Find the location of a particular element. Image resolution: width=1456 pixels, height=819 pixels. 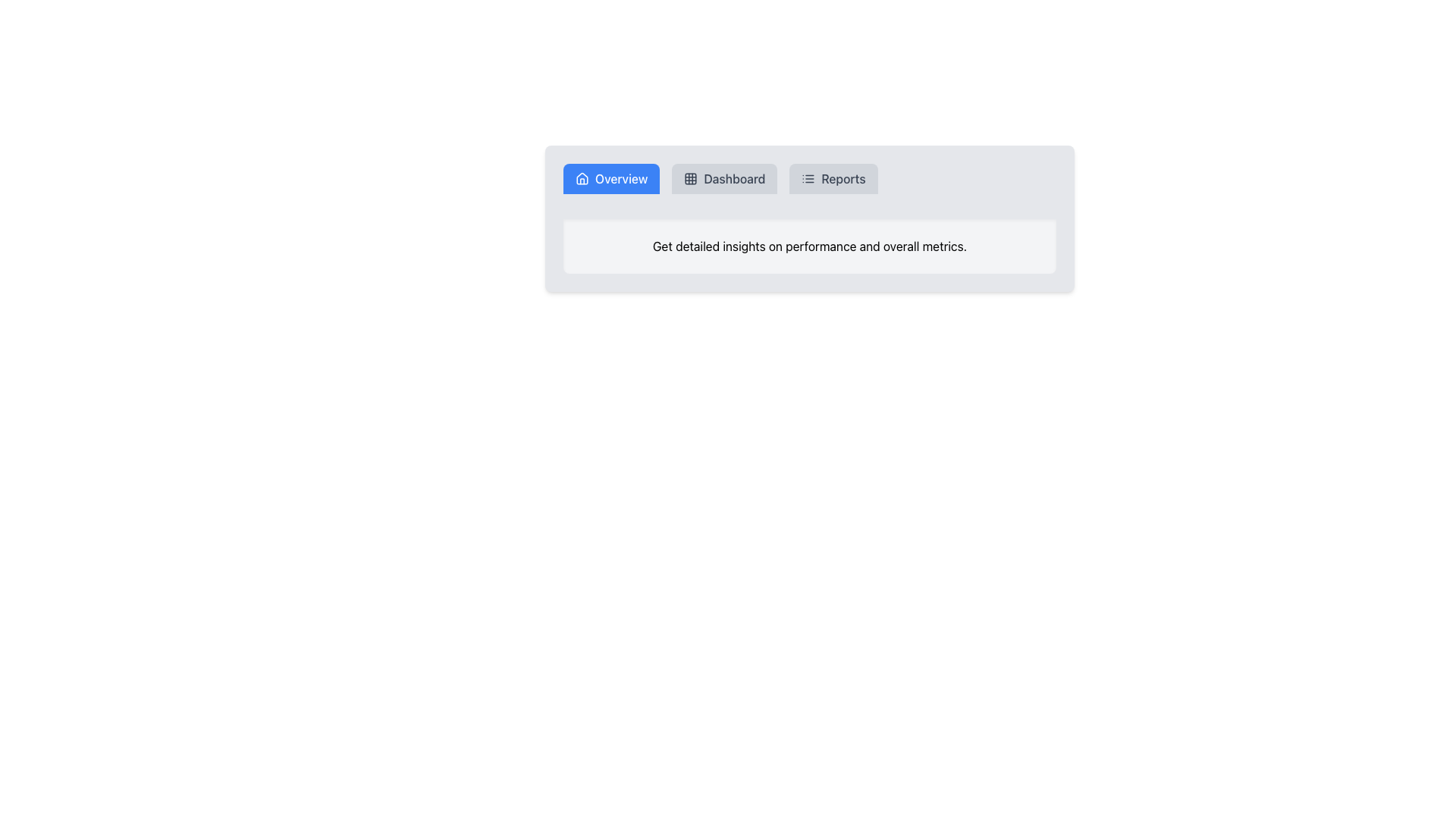

the navigation tab located at the top section of the light gray card-like structure is located at coordinates (809, 184).